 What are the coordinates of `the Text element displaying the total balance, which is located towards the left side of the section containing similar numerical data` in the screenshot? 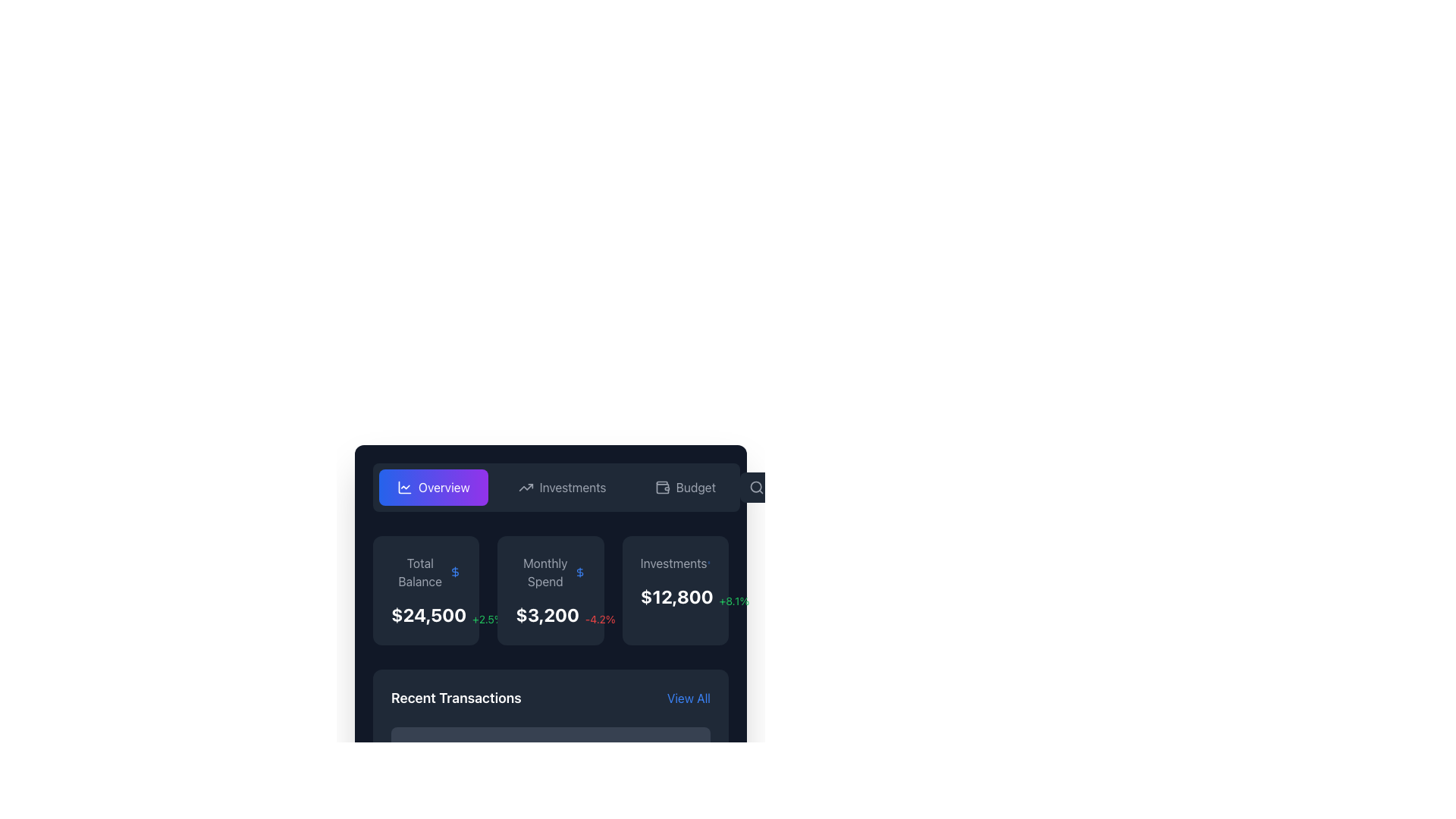 It's located at (428, 614).